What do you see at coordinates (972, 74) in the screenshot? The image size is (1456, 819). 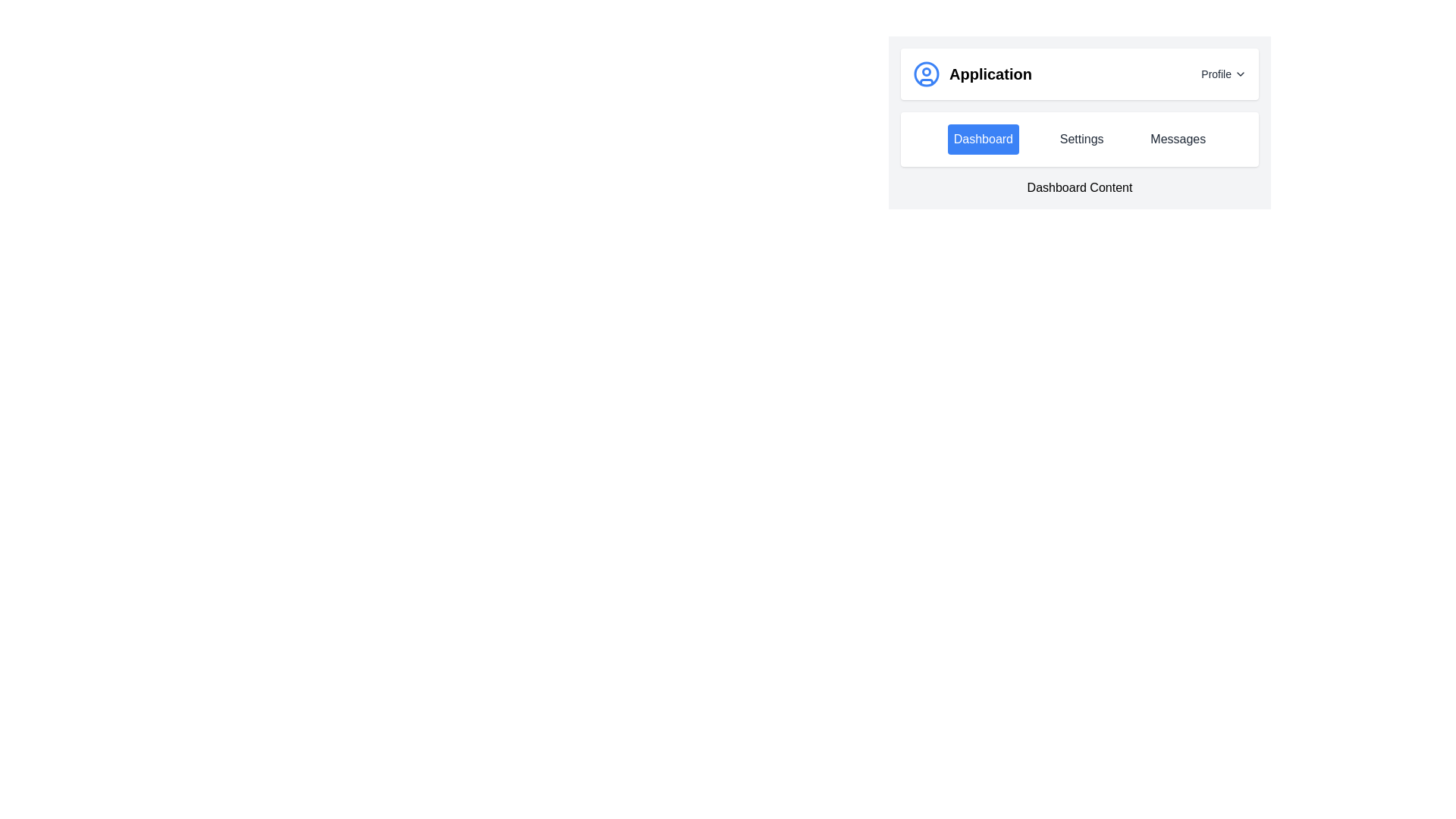 I see `the non-interactive label located at the top-left corner of the header section of the application interface` at bounding box center [972, 74].